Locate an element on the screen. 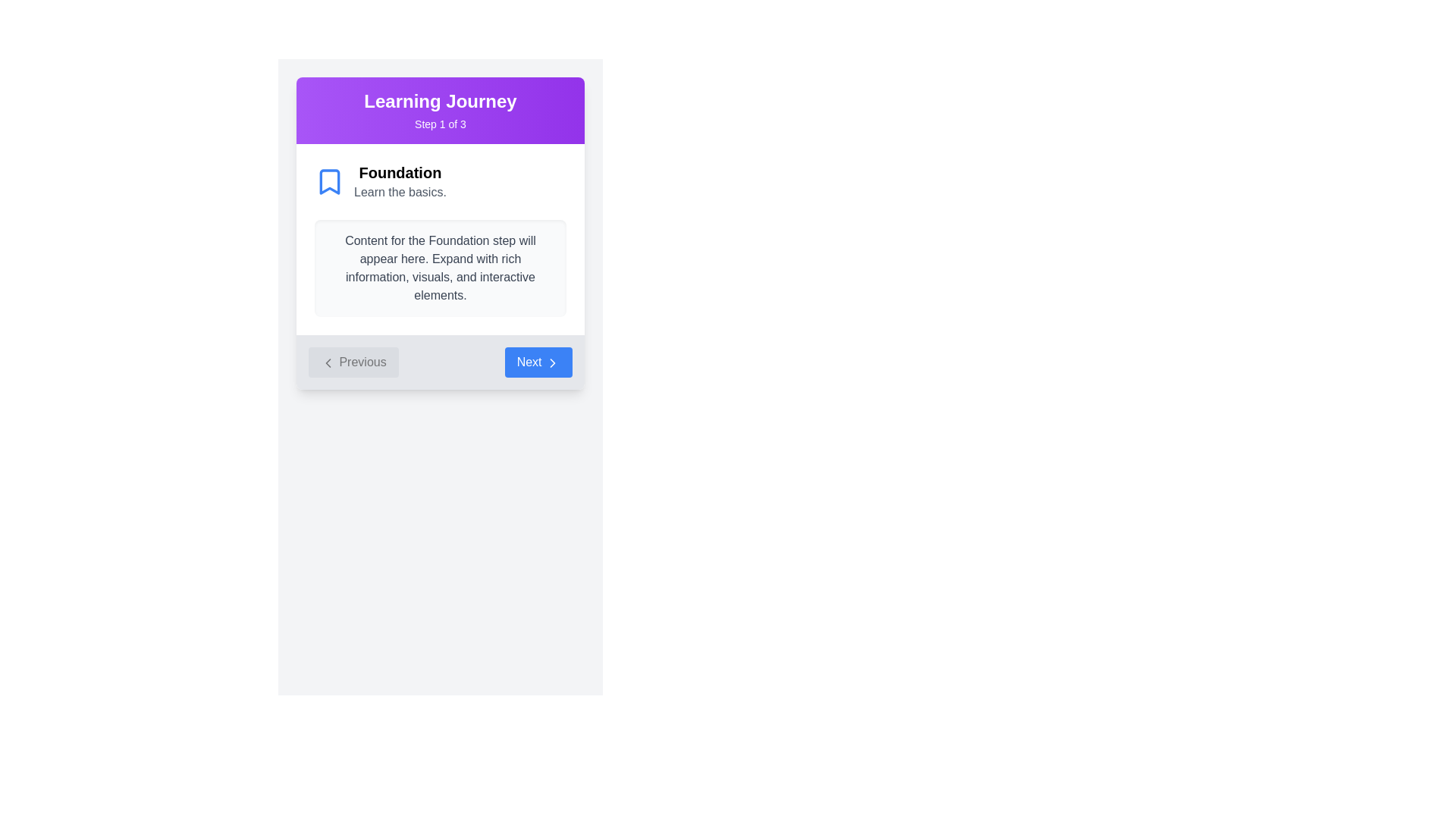 The width and height of the screenshot is (1456, 819). the Text label providing additional descriptive information about the topic 'Foundation', which is located under the heading 'Learning Journey' in the top-left area of the card is located at coordinates (400, 192).